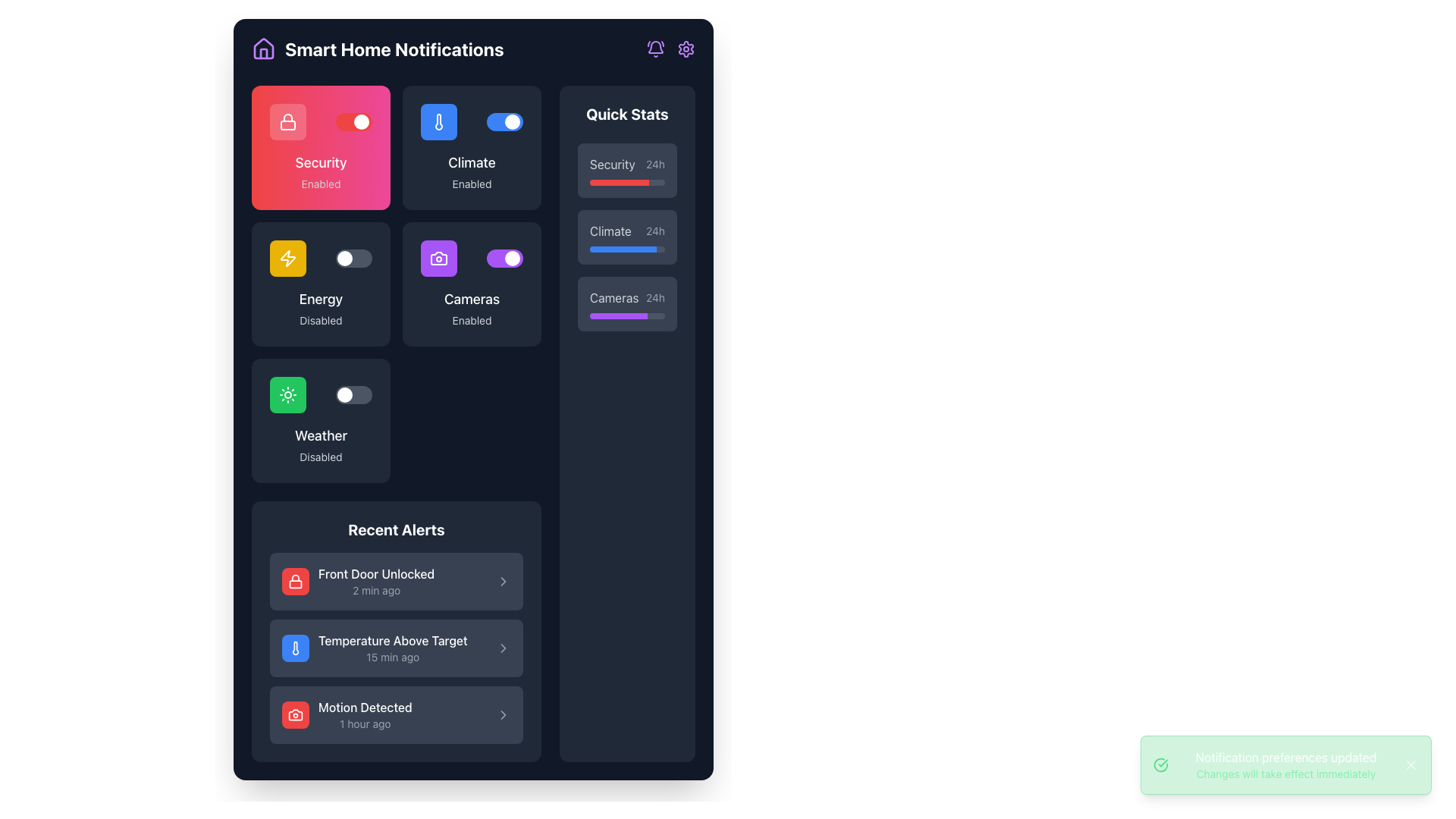 The image size is (1456, 819). Describe the element at coordinates (353, 121) in the screenshot. I see `the toggle switch with a red background and white handle, located in the 'Security' card` at that location.